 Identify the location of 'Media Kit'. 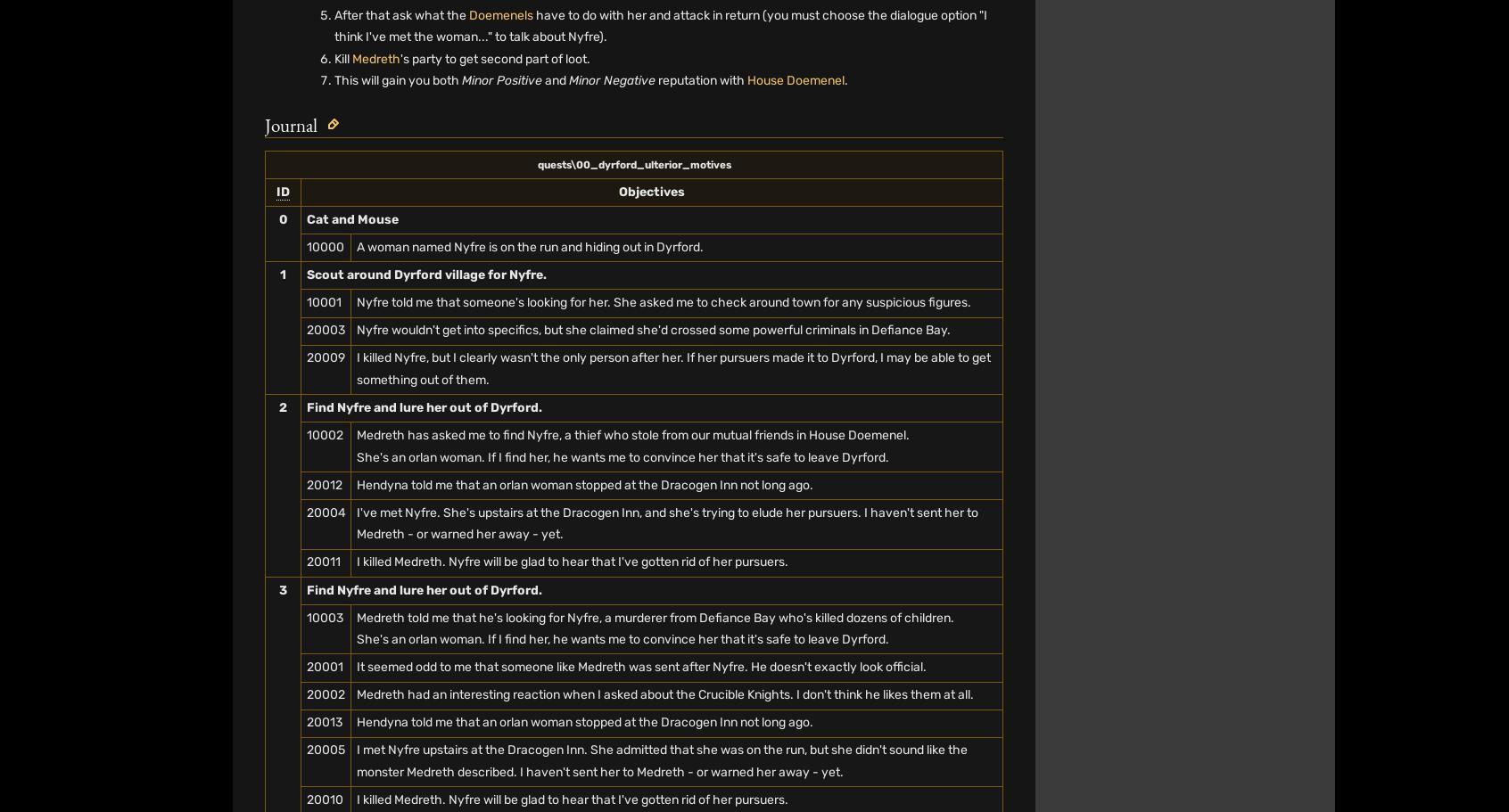
(817, 120).